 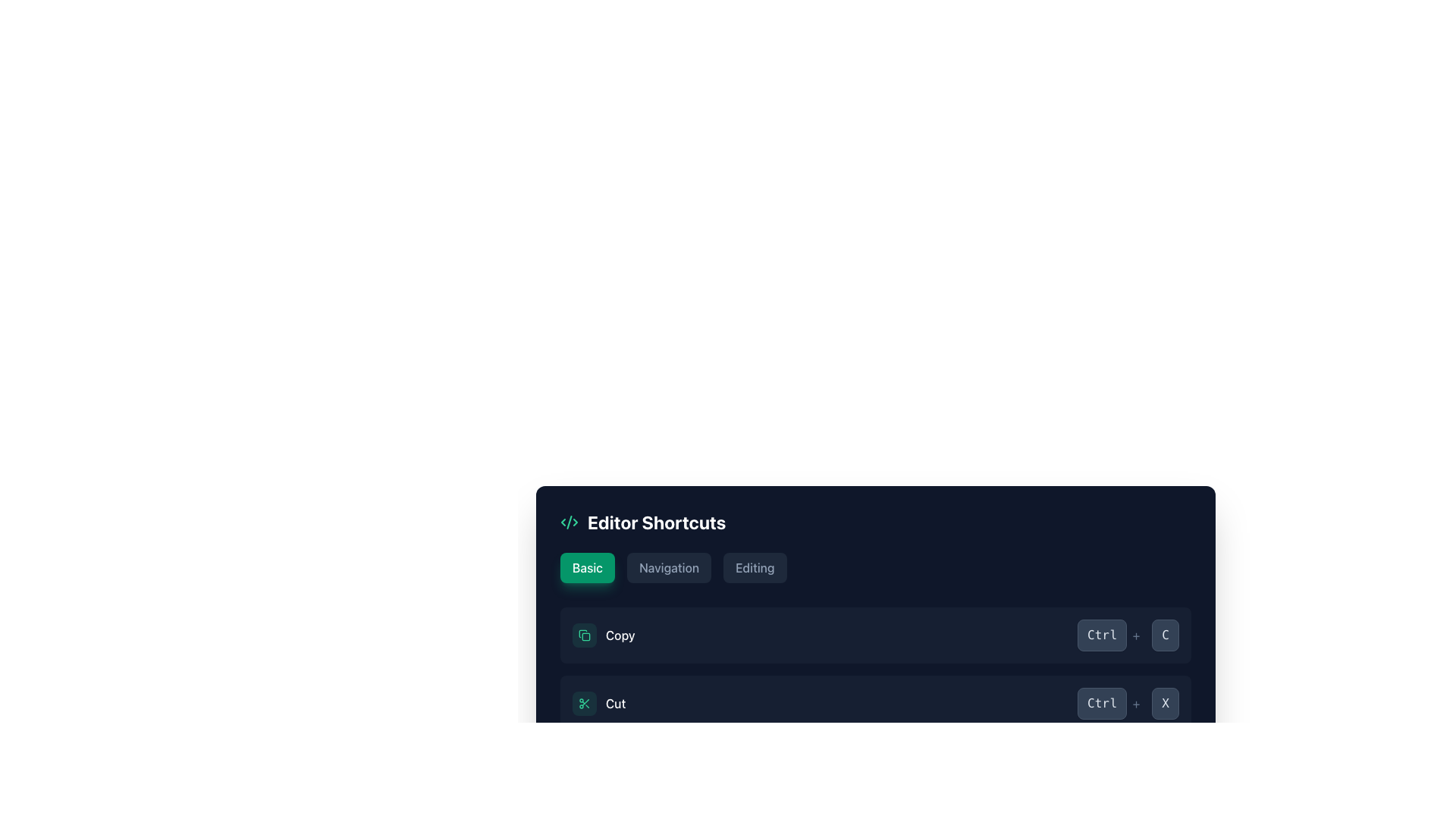 I want to click on text label 'Basic' located inside the button at the top-left area of the 'Editor Shortcuts' panel, so click(x=587, y=567).